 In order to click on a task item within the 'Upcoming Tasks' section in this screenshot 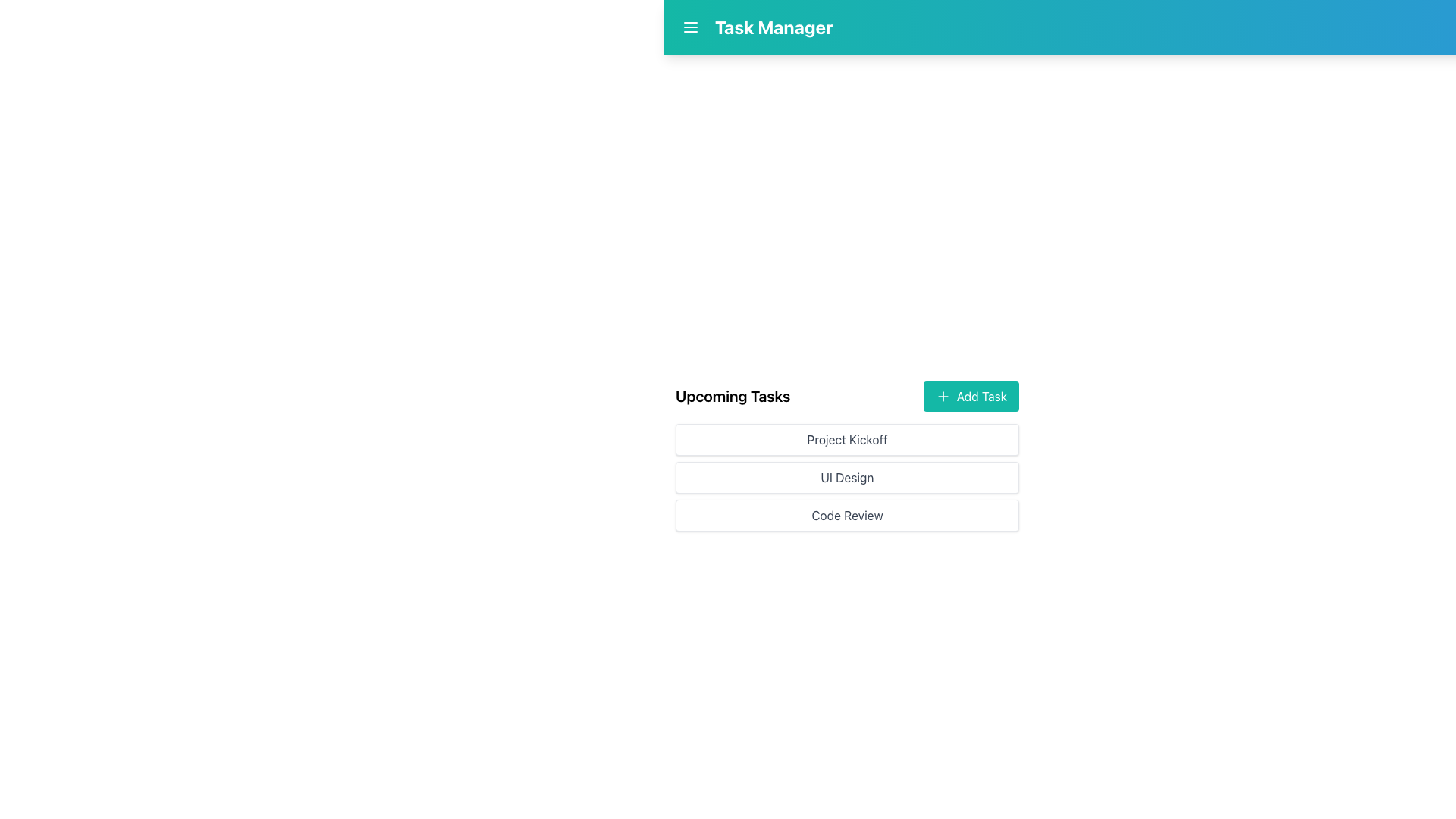, I will do `click(846, 438)`.